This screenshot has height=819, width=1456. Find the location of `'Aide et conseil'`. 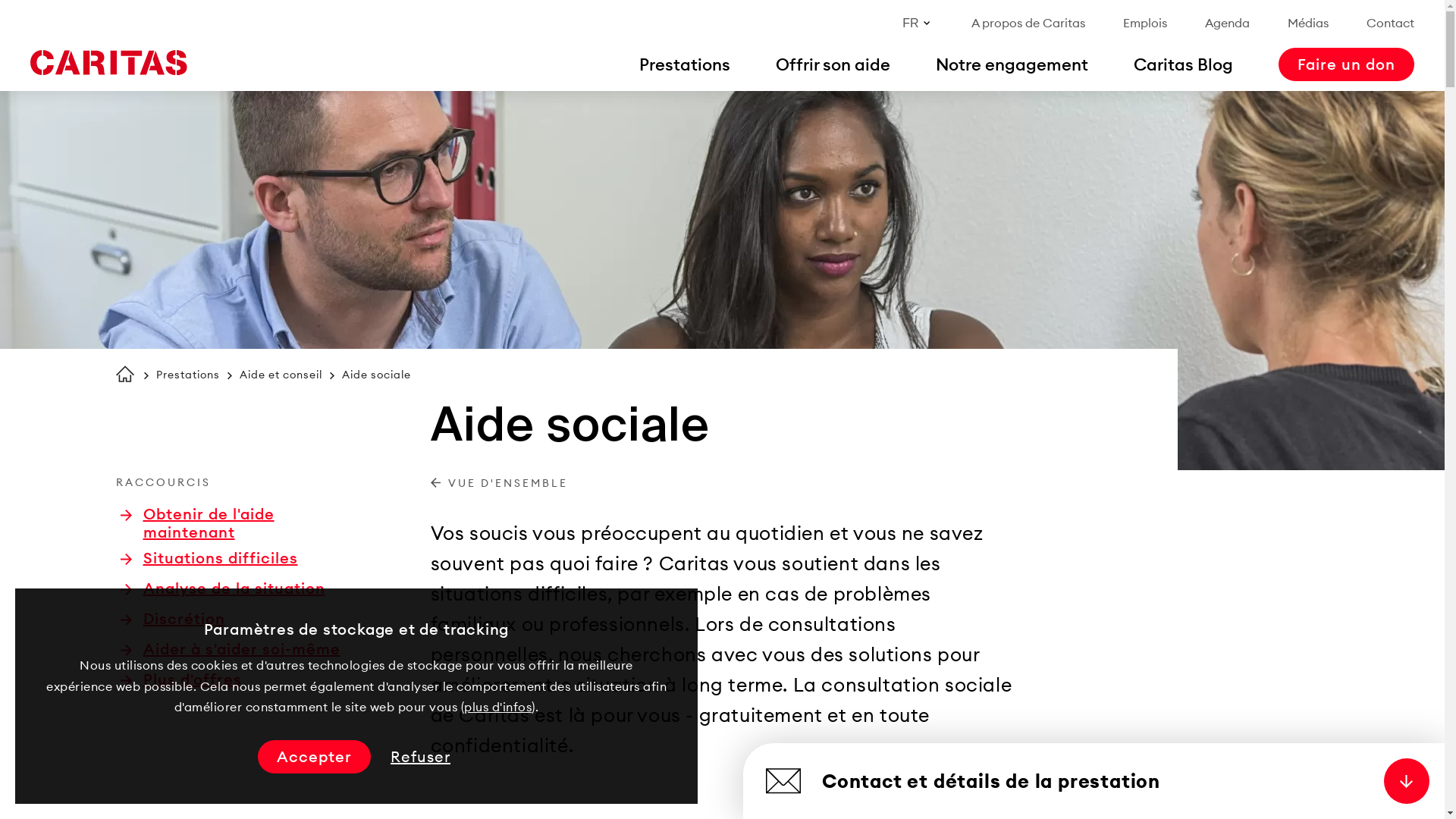

'Aide et conseil' is located at coordinates (281, 375).